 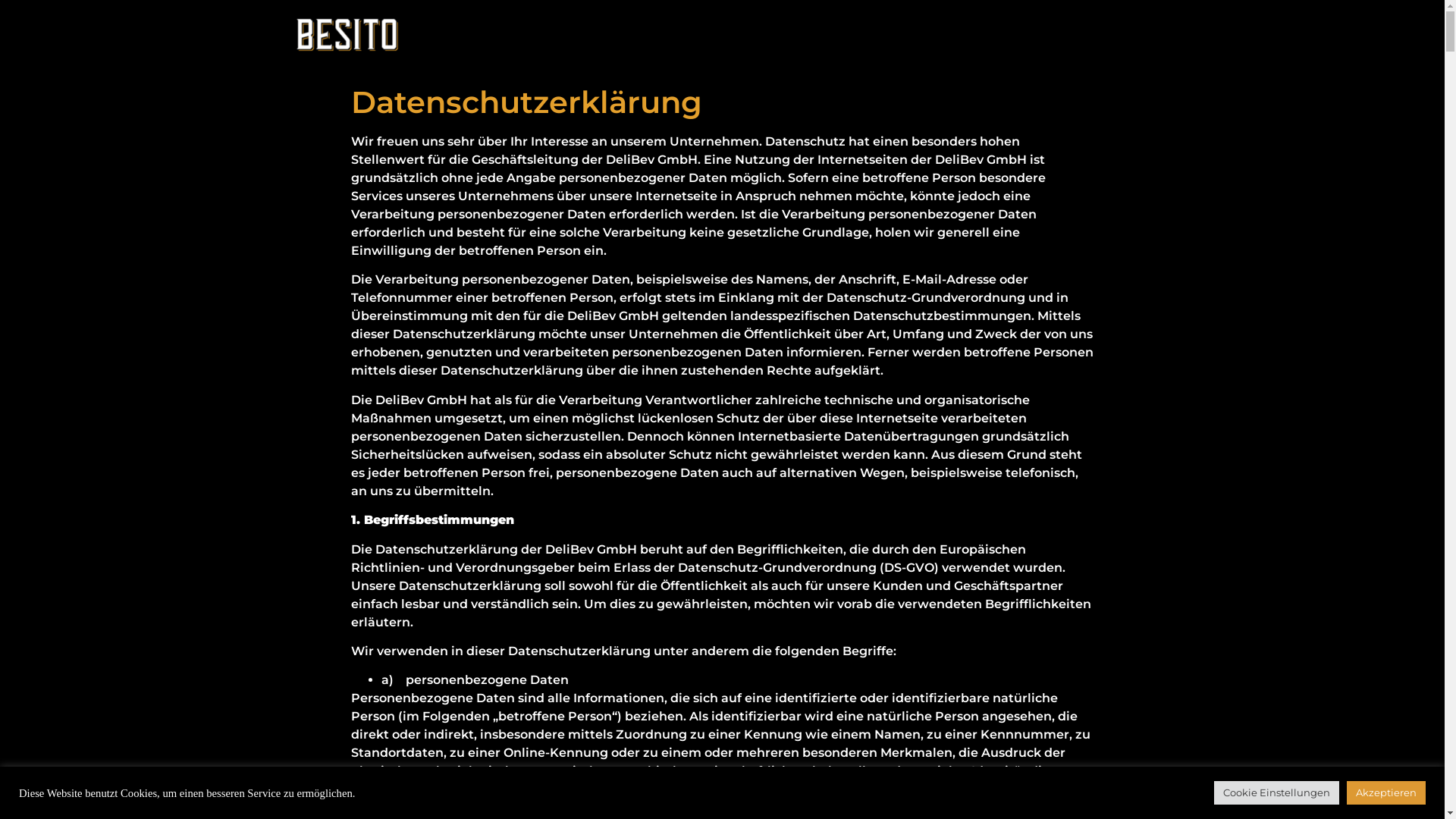 I want to click on 'Akzeptieren', so click(x=1347, y=792).